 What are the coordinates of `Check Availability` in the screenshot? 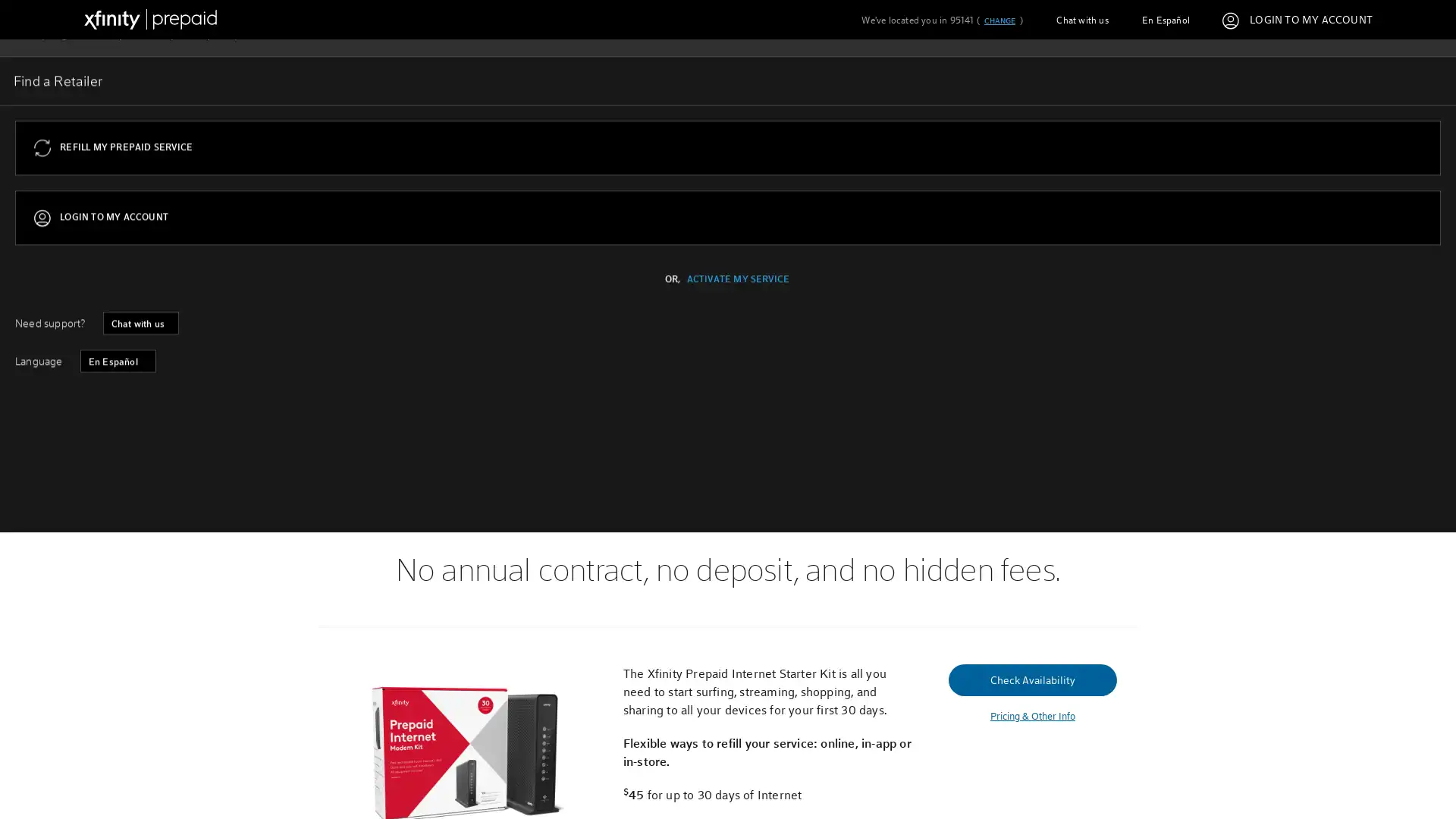 It's located at (1031, 678).